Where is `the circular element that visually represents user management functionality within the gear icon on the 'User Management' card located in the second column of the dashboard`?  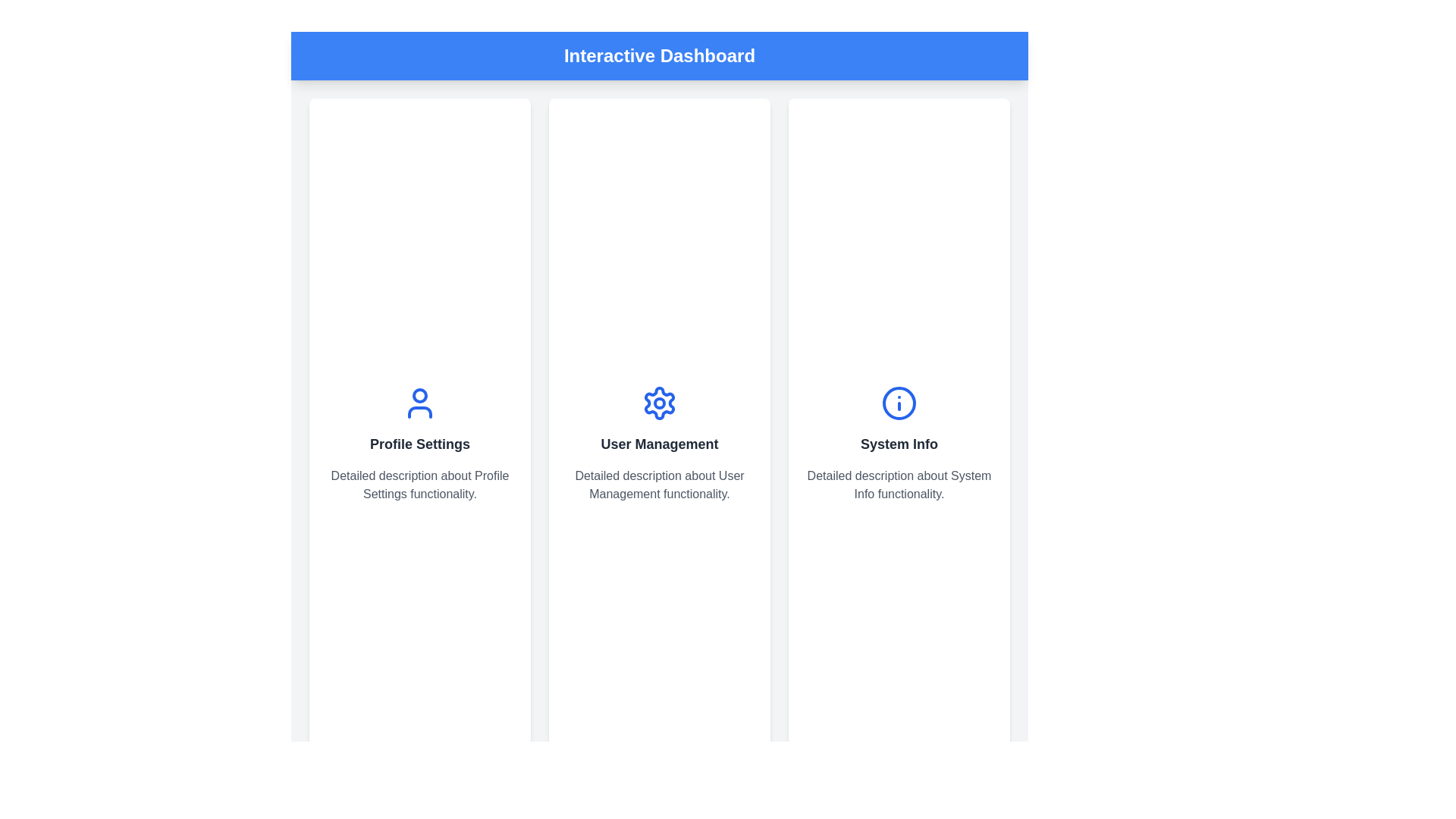
the circular element that visually represents user management functionality within the gear icon on the 'User Management' card located in the second column of the dashboard is located at coordinates (659, 403).